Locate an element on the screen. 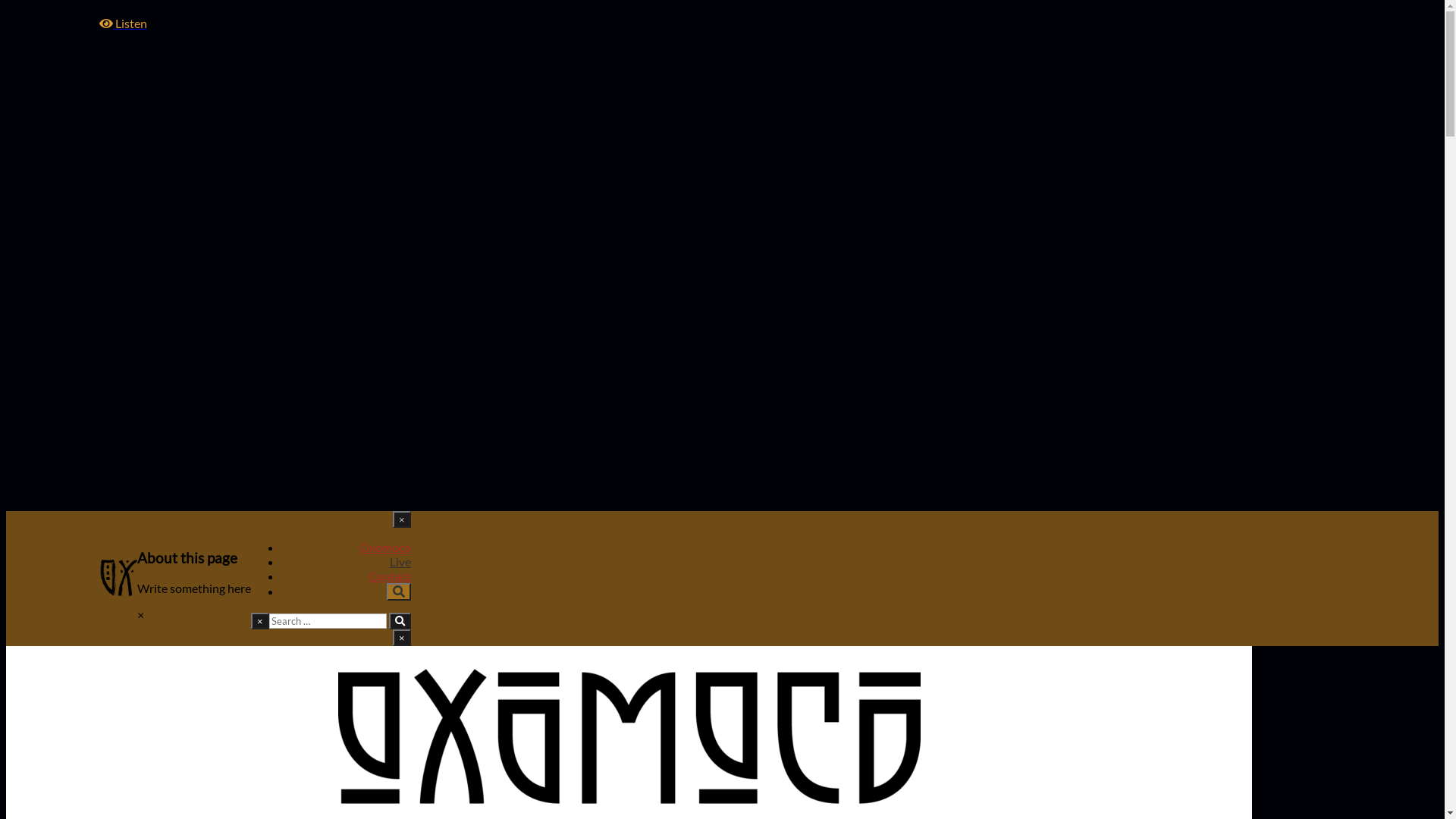 This screenshot has width=1456, height=819. 'Oxomoco' is located at coordinates (359, 547).